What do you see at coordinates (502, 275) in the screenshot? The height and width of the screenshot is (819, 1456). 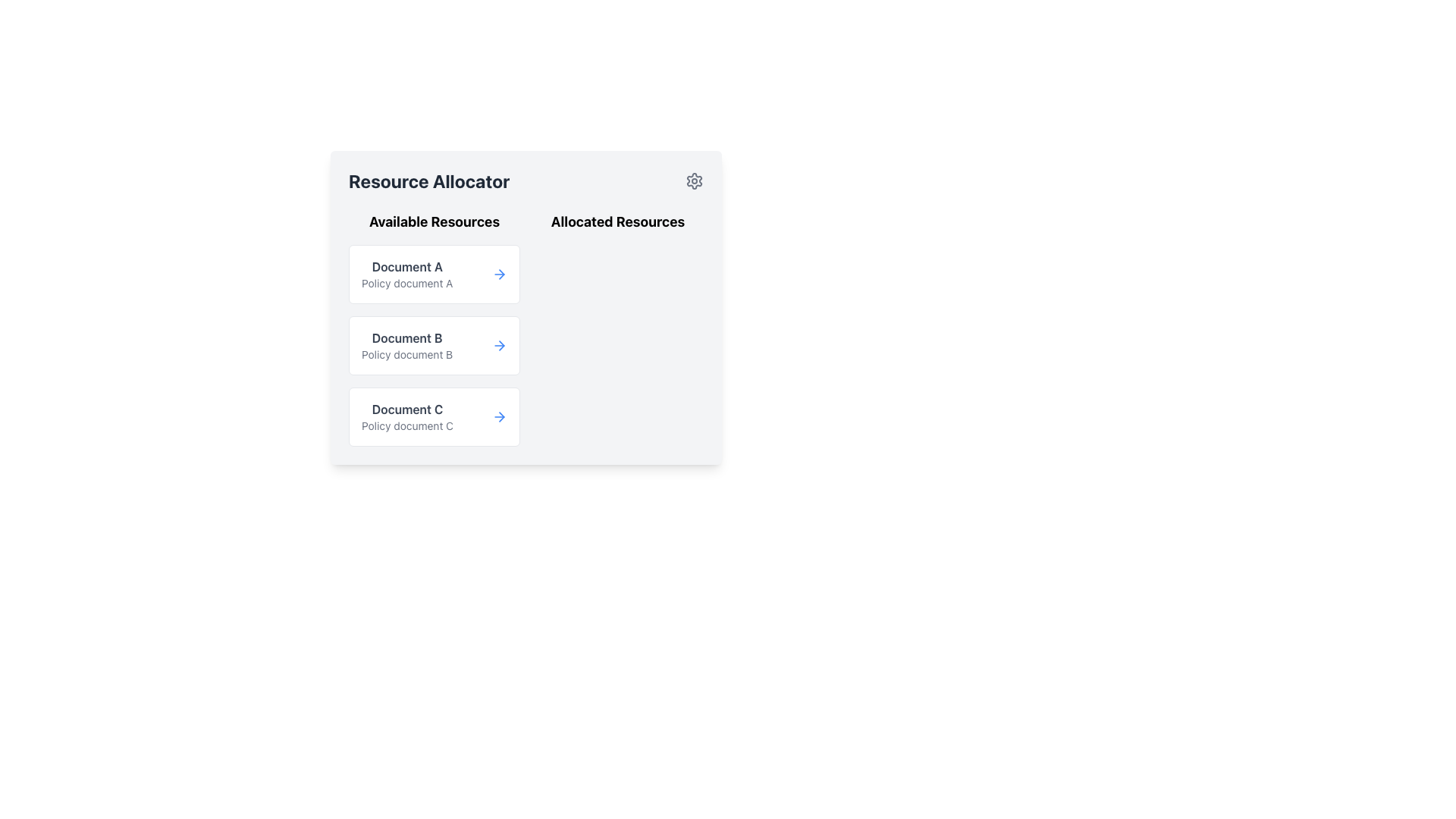 I see `the rightward-pointing arrow SVG icon located inside the first list item of 'Available Resources', aligned on the right side of 'Document A'. This is the first arrow icon in the sequence of available documents` at bounding box center [502, 275].